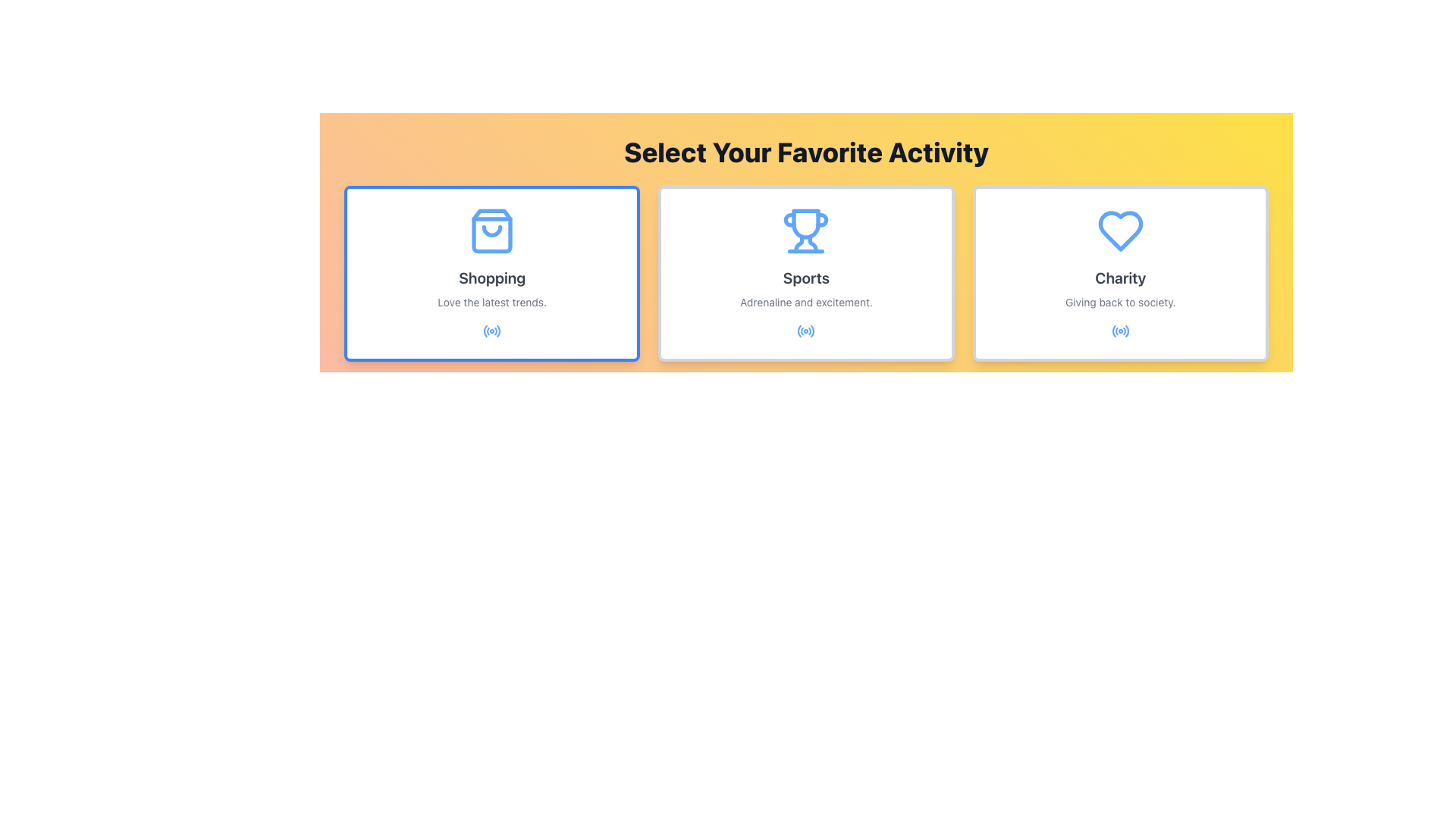  I want to click on the blue heart-shaped vector icon with a hollow interior, centered in the 'Charity' card, above the text 'Charity' and 'Giving back to society.', so click(1120, 231).